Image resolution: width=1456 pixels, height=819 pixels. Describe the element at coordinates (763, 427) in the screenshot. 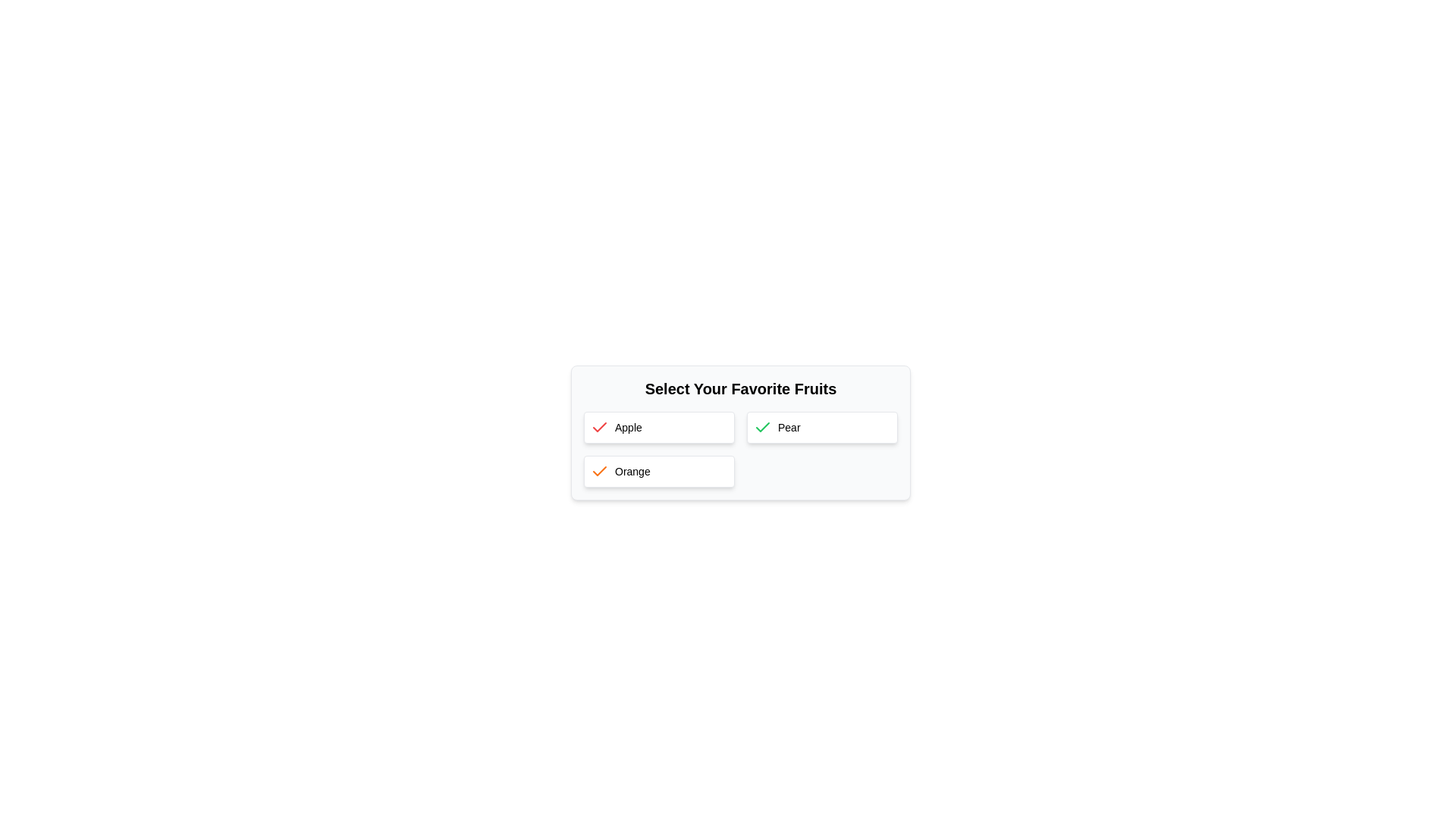

I see `the selection confirmation icon located to the left of the 'Pear' button text` at that location.